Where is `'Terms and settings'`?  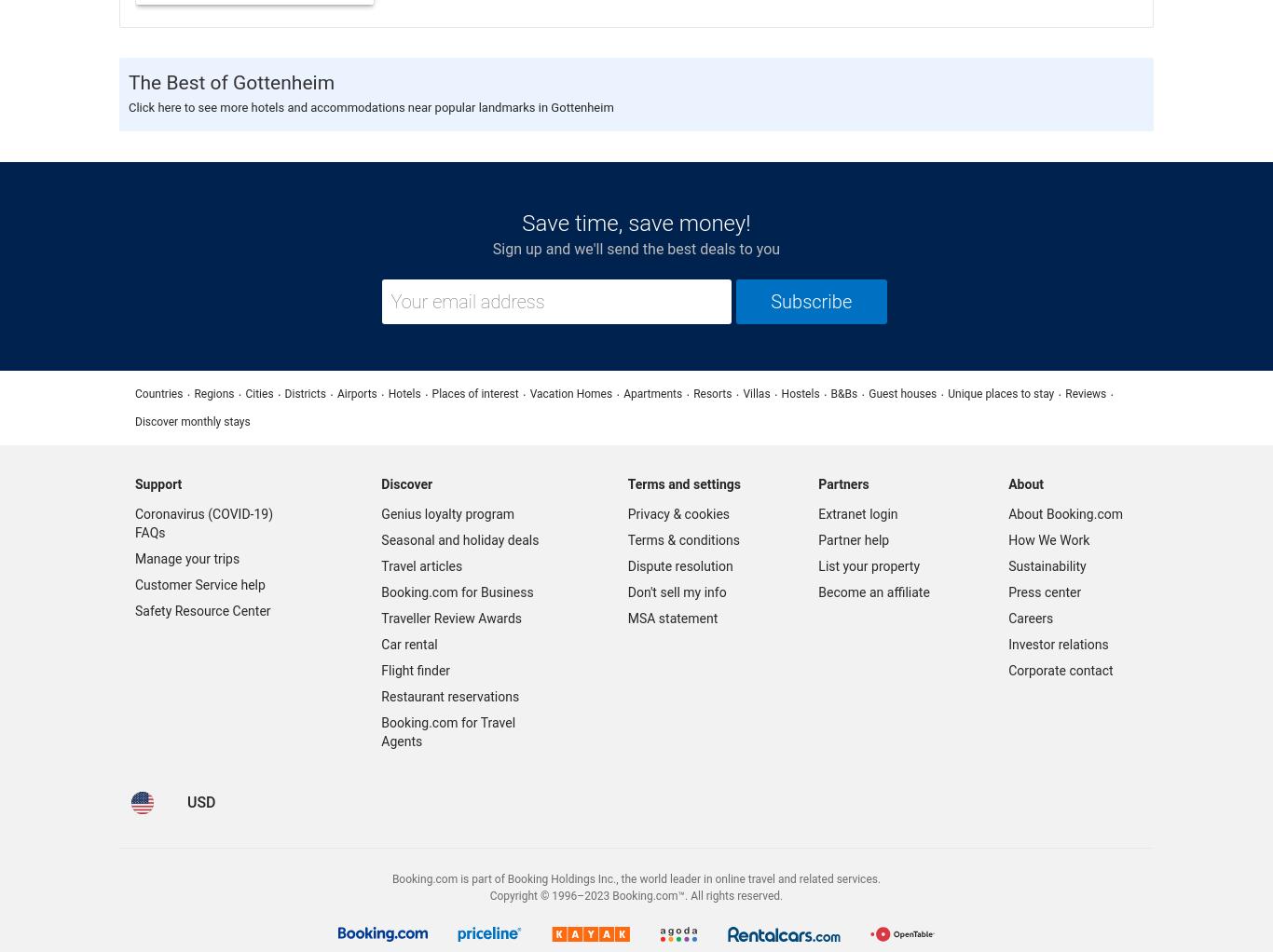 'Terms and settings' is located at coordinates (683, 483).